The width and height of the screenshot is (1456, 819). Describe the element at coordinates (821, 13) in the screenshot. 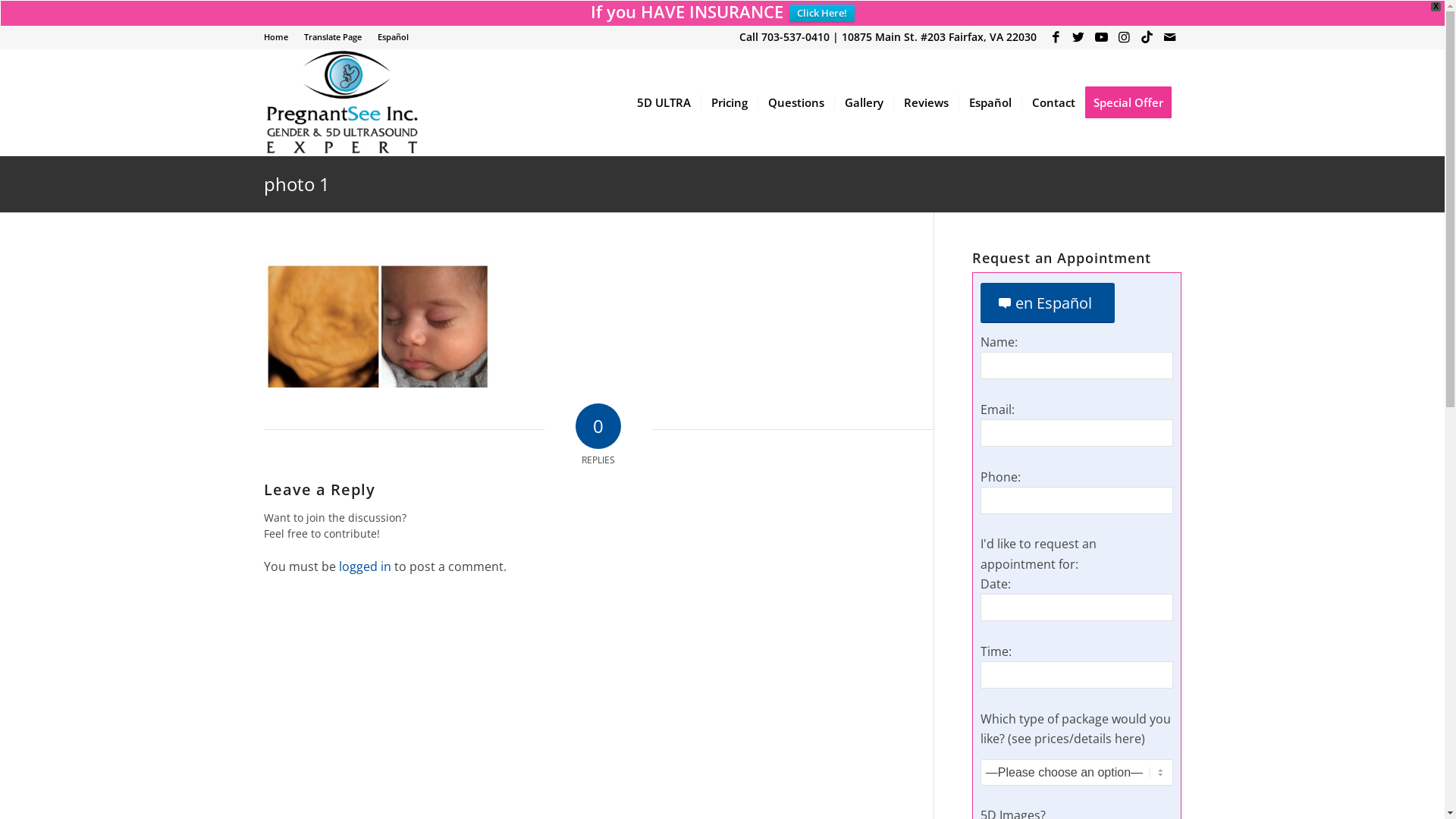

I see `'Click Here!'` at that location.